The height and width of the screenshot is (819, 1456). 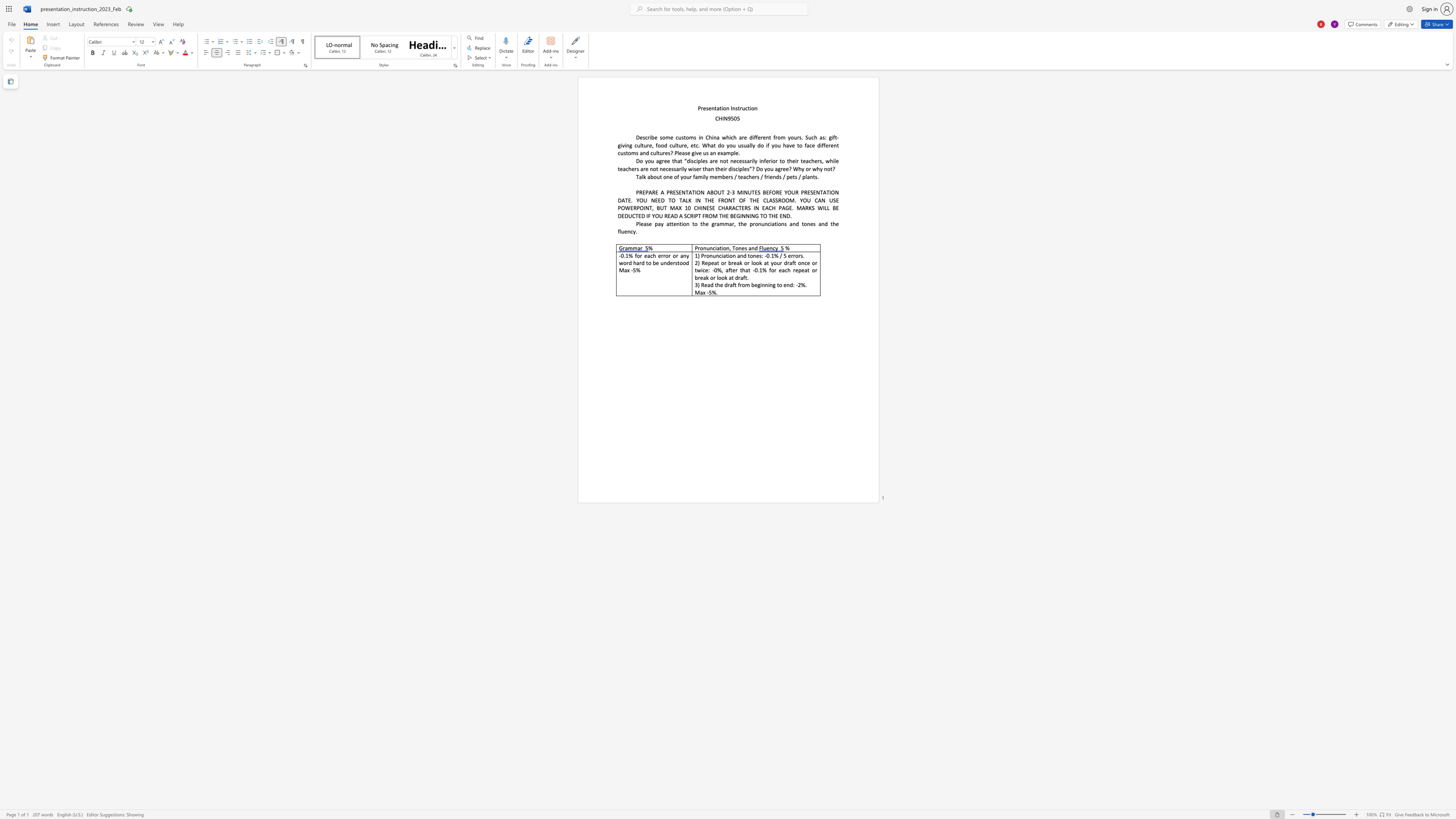 What do you see at coordinates (656, 176) in the screenshot?
I see `the subset text "ut on" within the text "Talk about one of your family members / teachers / friends / pets / plants."` at bounding box center [656, 176].